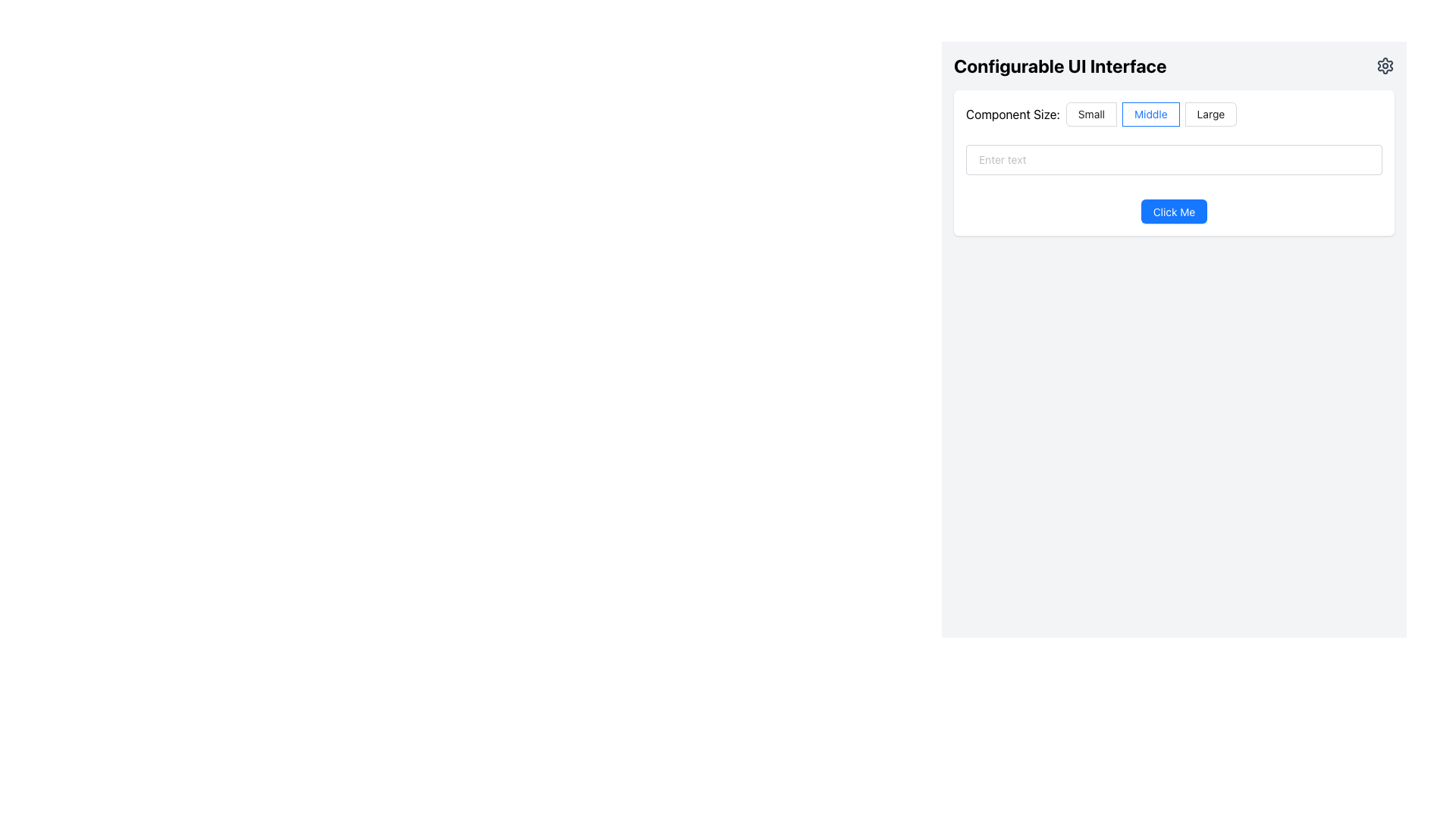  I want to click on the text label displaying 'Component Size:' that is positioned to the left of the radio buttons for 'Small', 'Middle', and 'Large', so click(1012, 113).